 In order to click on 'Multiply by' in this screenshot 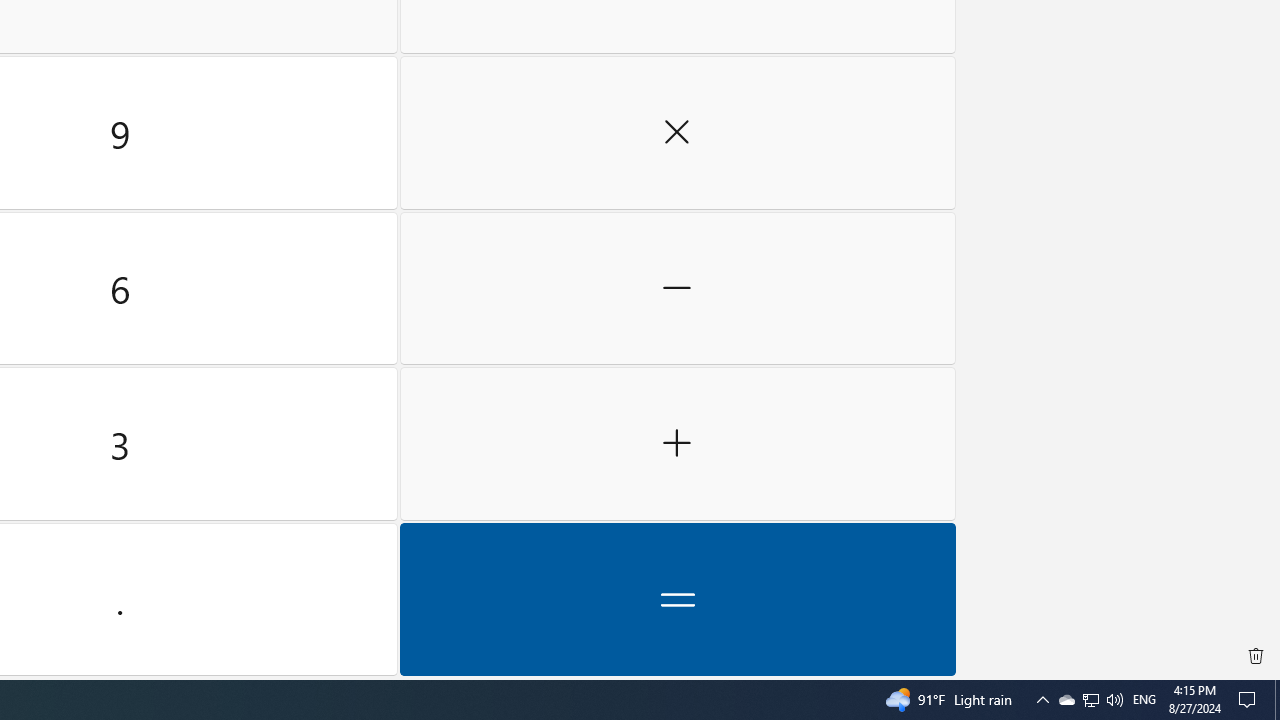, I will do `click(677, 133)`.